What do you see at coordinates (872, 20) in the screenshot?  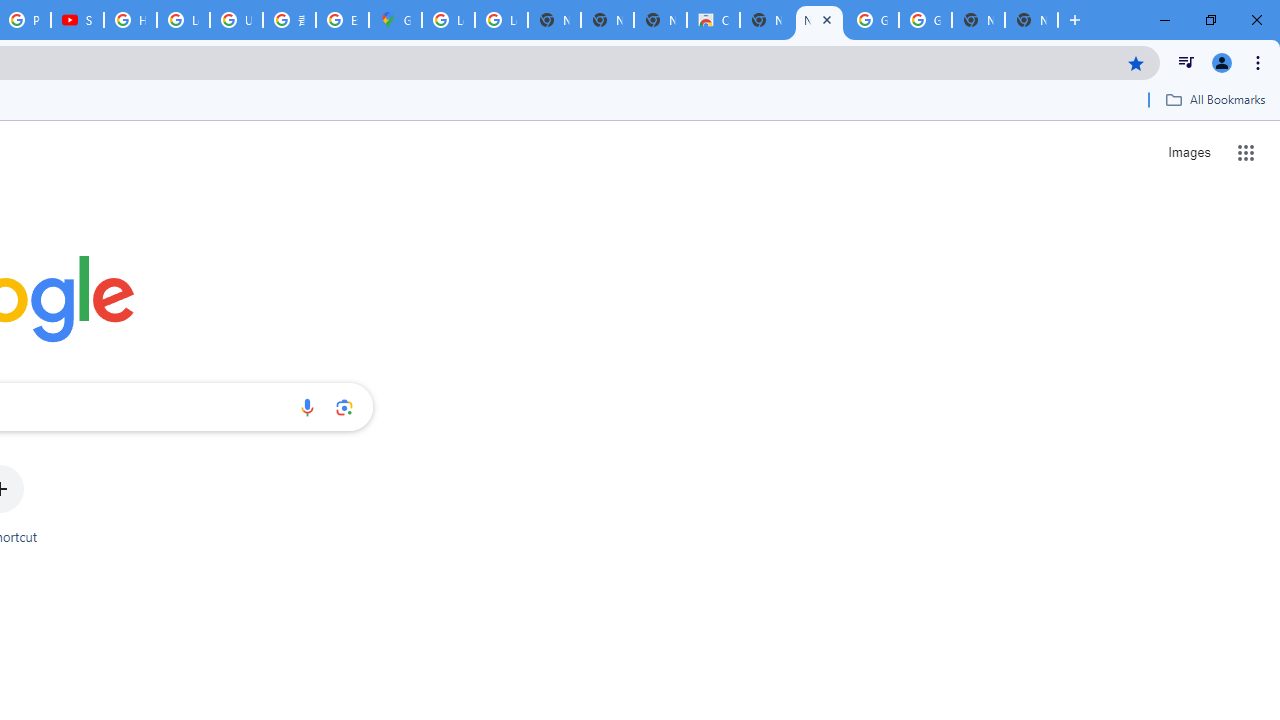 I see `'Google Images'` at bounding box center [872, 20].